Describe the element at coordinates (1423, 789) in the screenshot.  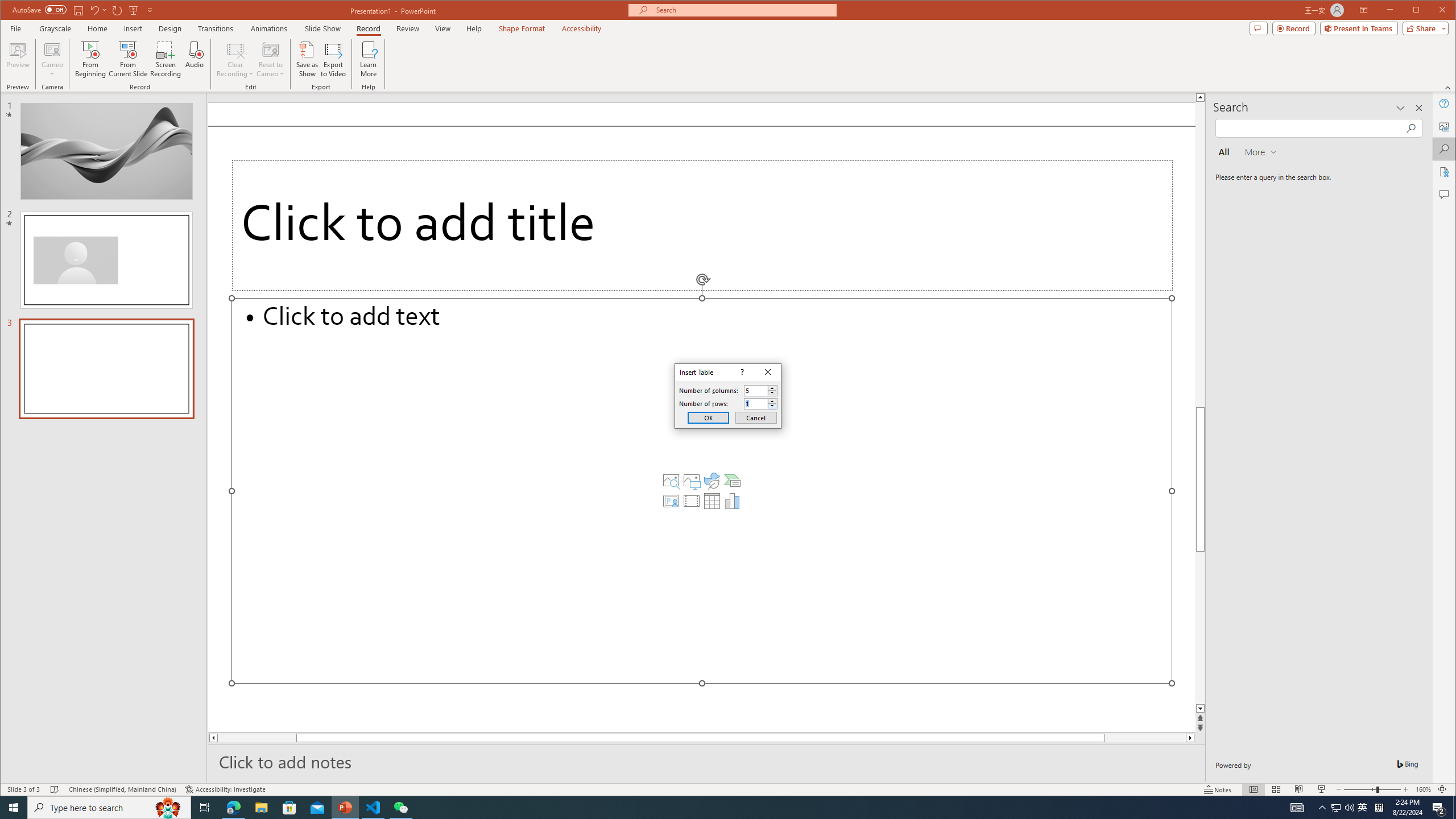
I see `'Zoom 160%'` at that location.